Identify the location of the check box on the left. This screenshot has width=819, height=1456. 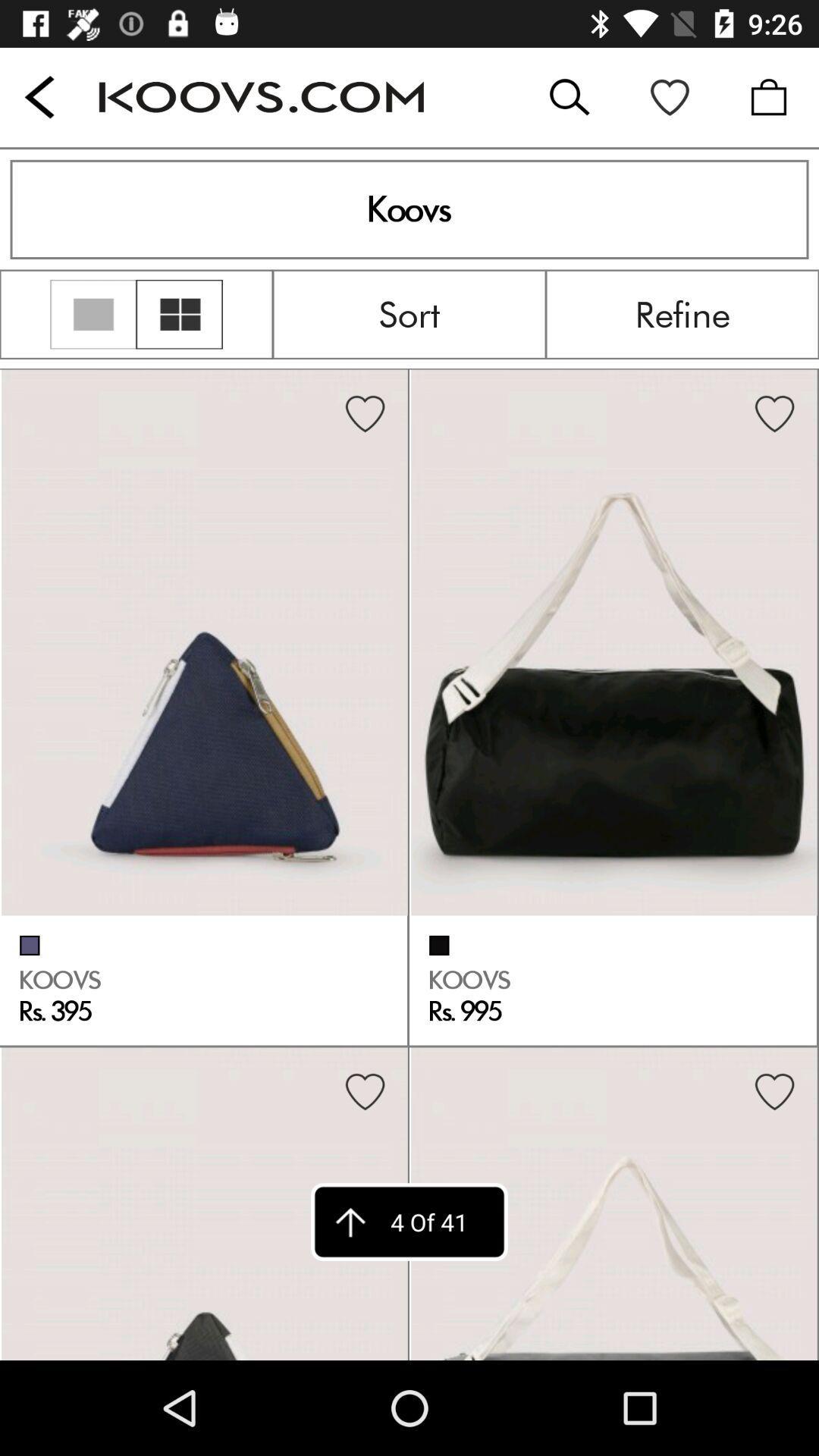
(30, 945).